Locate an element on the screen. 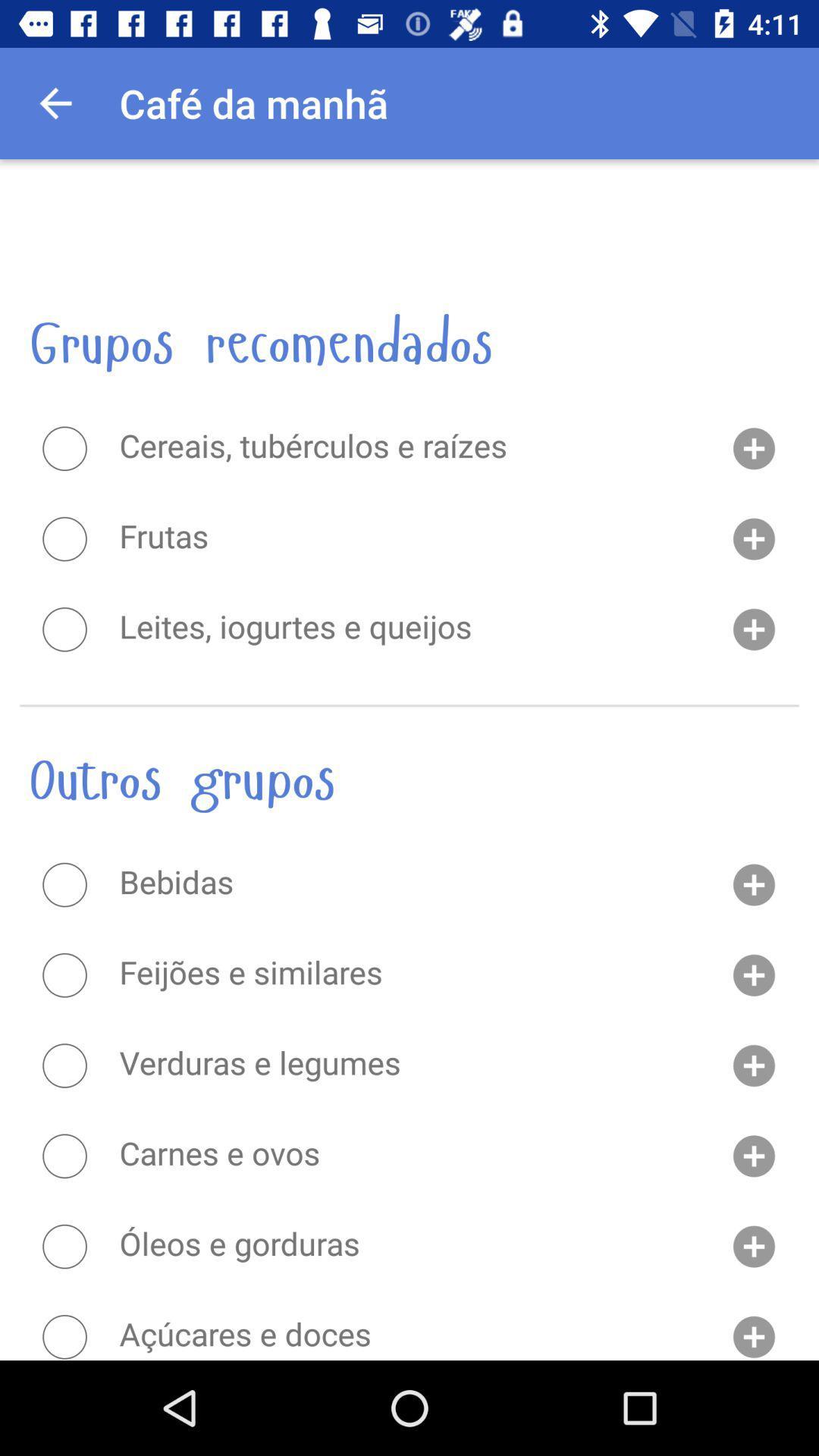 This screenshot has width=819, height=1456. the item above the grupos recomendados item is located at coordinates (409, 220).